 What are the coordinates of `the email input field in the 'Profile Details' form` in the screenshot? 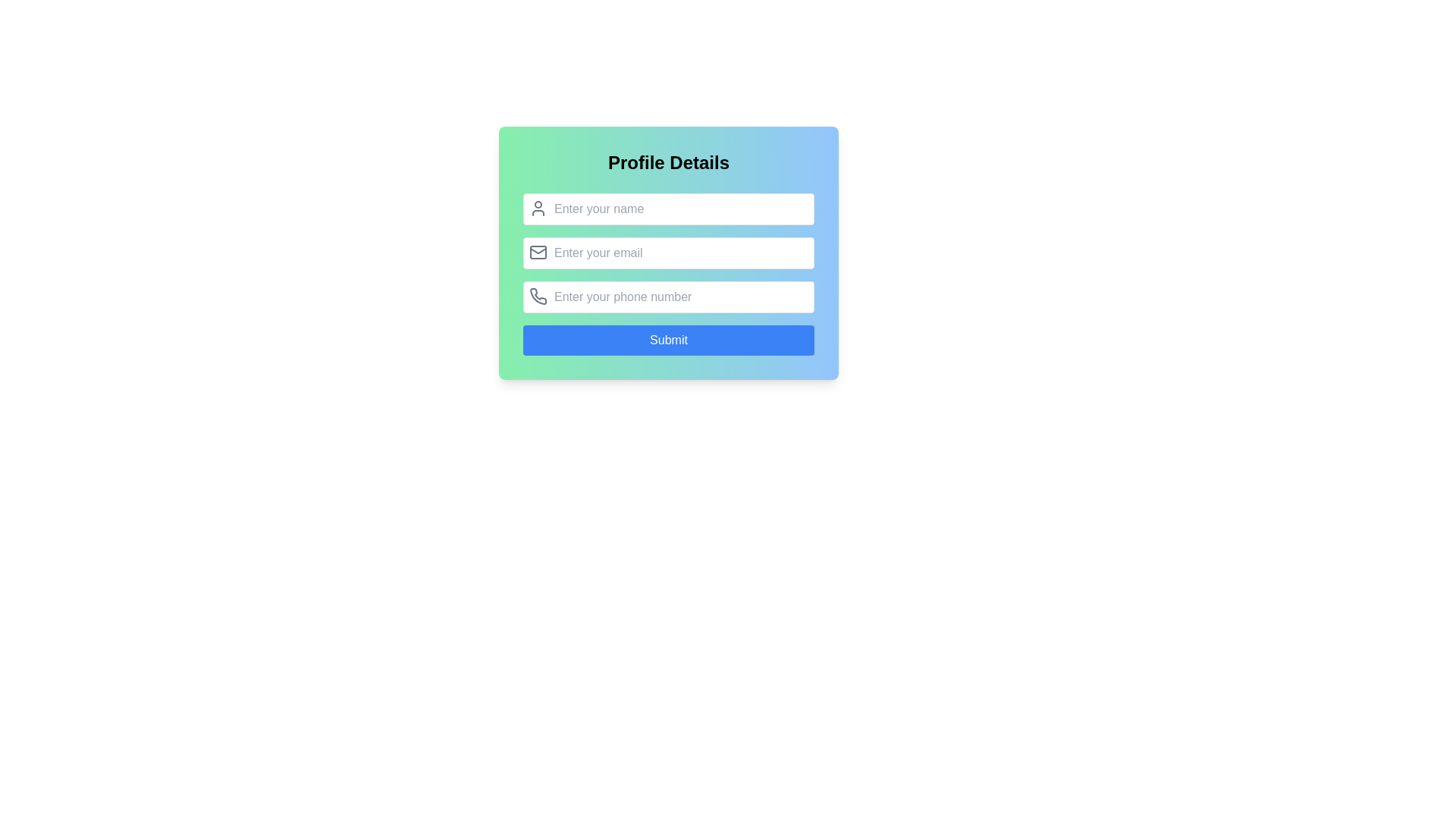 It's located at (668, 253).